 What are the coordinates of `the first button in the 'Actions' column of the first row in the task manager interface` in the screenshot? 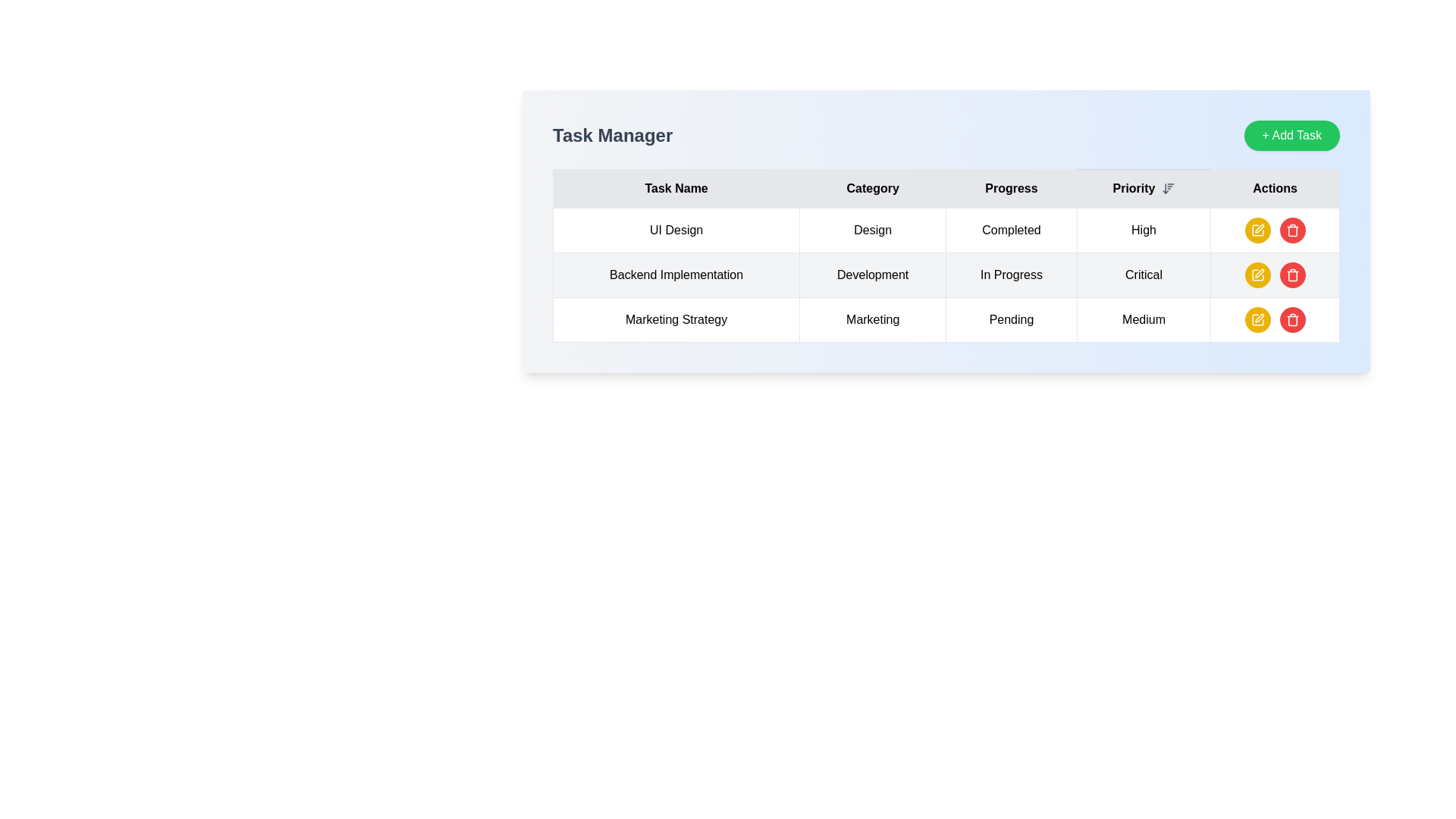 It's located at (1257, 231).